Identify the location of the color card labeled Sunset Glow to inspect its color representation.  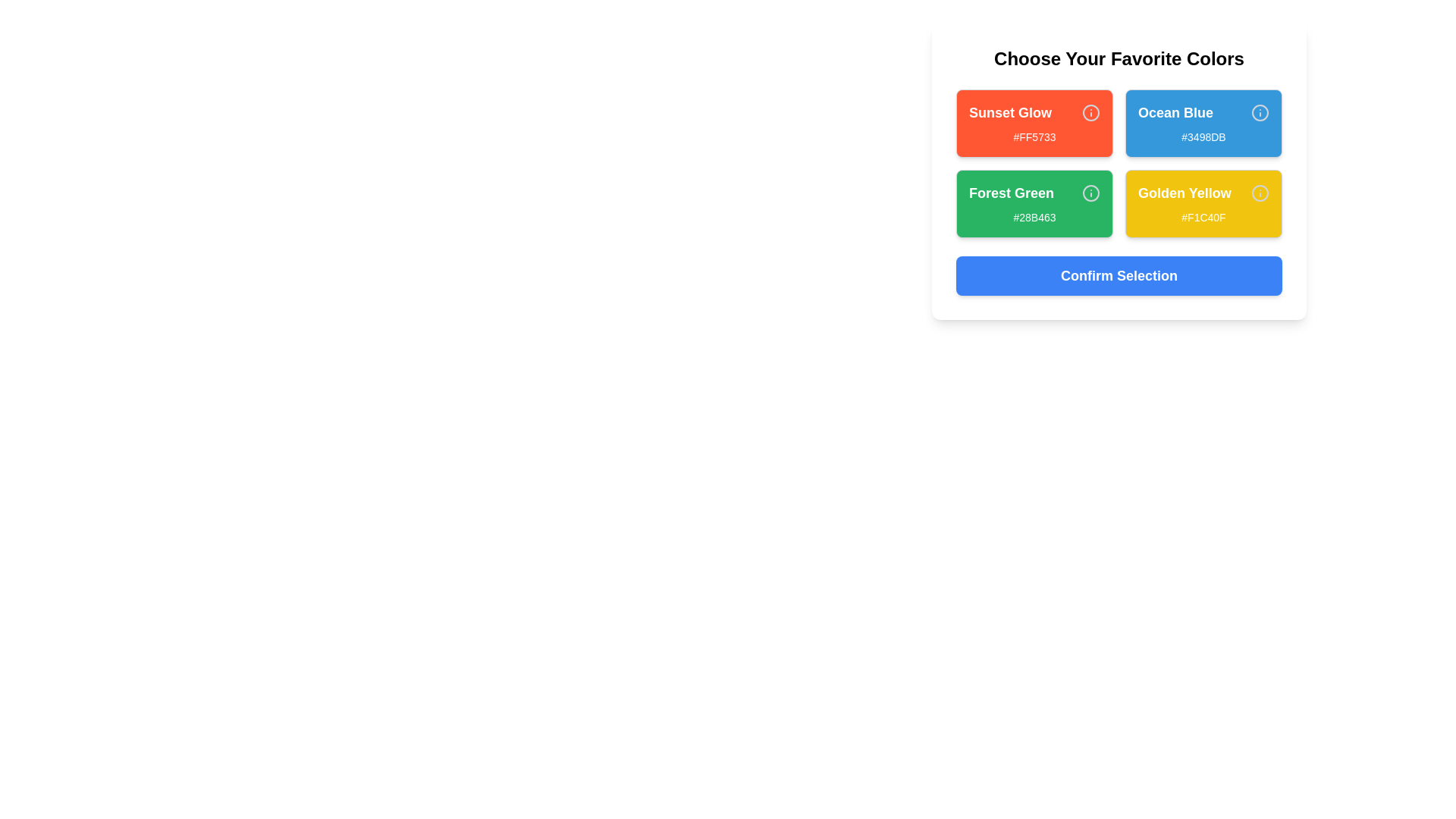
(1034, 122).